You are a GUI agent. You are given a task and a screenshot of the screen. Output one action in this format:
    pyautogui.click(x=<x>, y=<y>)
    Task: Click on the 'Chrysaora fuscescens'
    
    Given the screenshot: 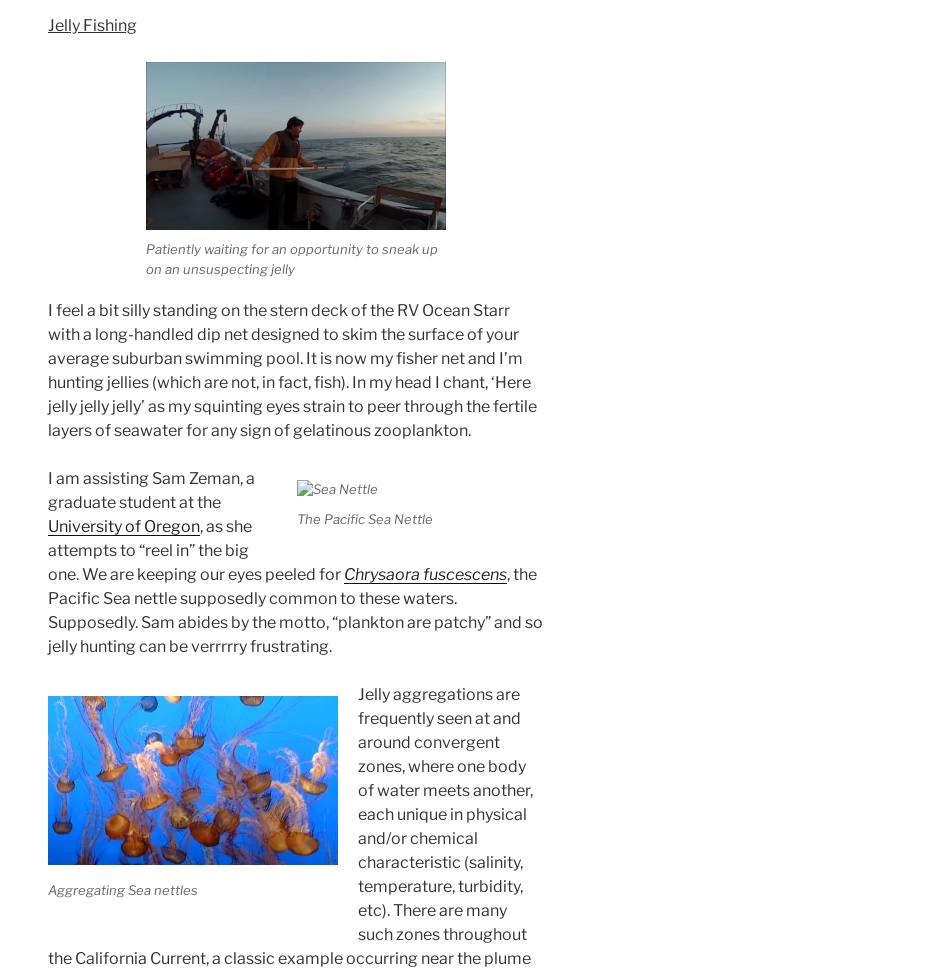 What is the action you would take?
    pyautogui.click(x=424, y=572)
    